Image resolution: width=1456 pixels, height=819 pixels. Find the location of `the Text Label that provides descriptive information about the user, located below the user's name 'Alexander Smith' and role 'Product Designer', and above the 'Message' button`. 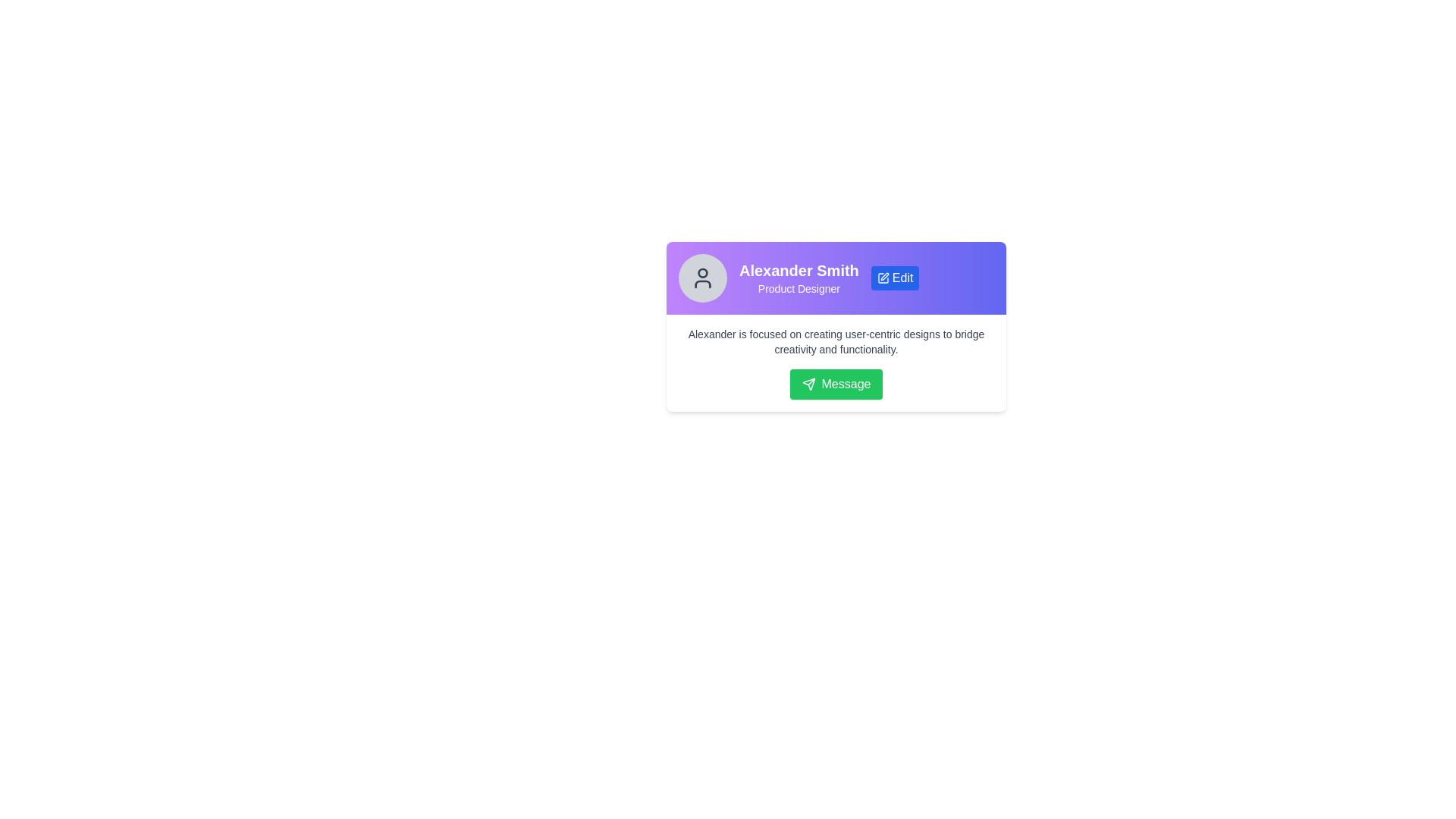

the Text Label that provides descriptive information about the user, located below the user's name 'Alexander Smith' and role 'Product Designer', and above the 'Message' button is located at coordinates (836, 342).